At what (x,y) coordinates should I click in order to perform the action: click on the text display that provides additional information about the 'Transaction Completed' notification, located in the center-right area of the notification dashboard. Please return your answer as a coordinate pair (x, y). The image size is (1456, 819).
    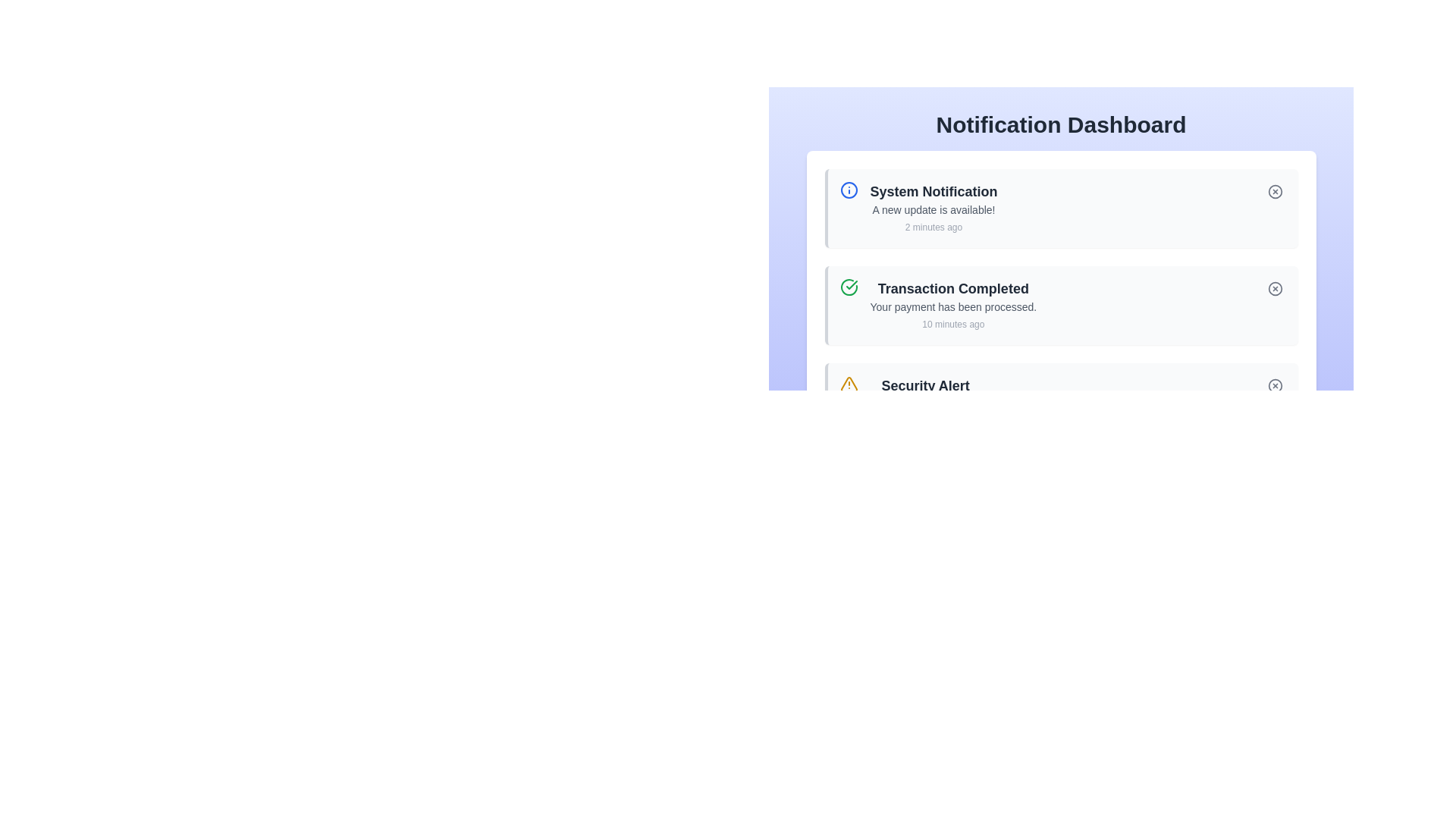
    Looking at the image, I should click on (952, 307).